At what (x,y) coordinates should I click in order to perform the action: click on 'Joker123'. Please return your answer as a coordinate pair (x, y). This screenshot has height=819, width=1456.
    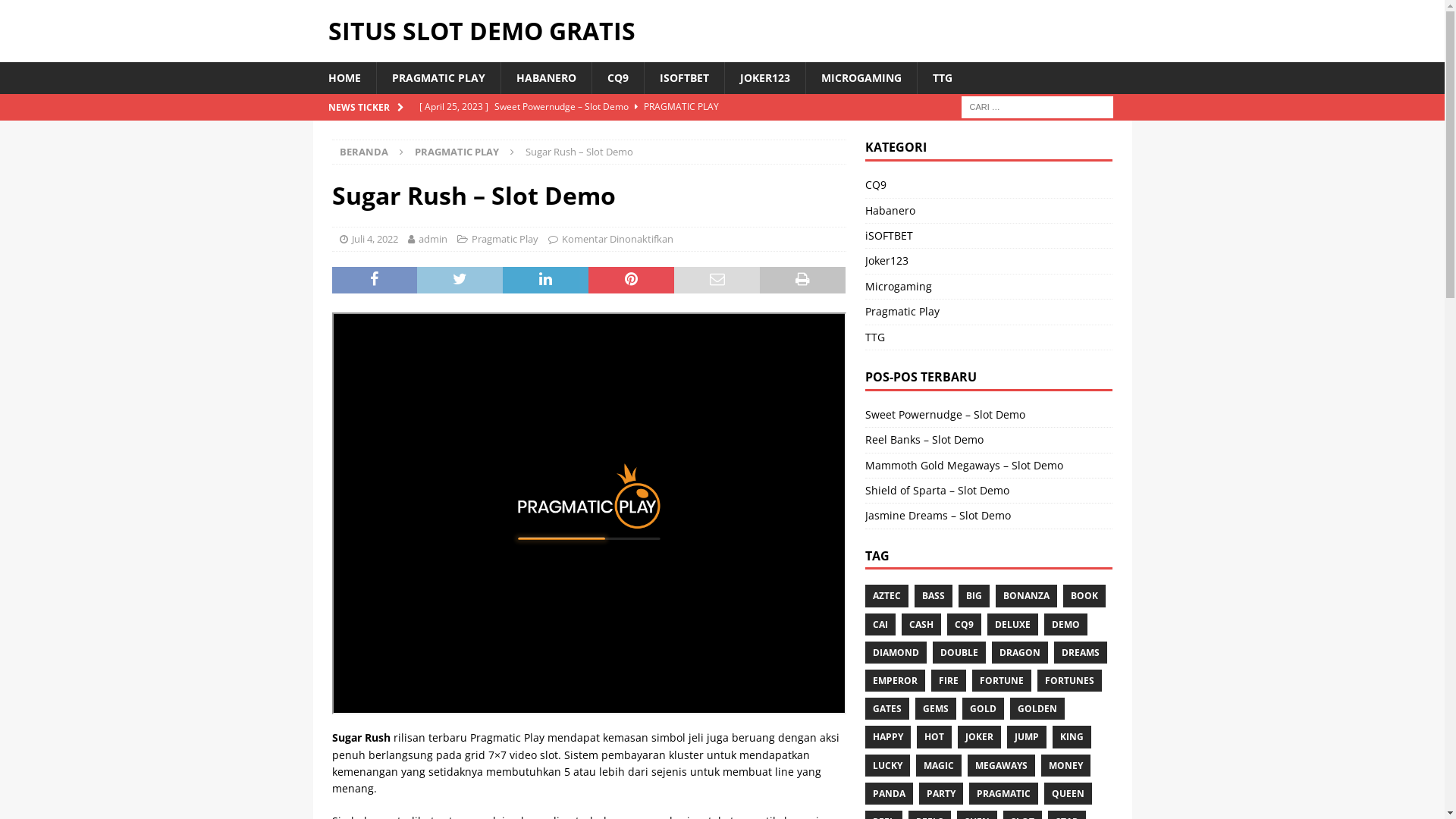
    Looking at the image, I should click on (865, 259).